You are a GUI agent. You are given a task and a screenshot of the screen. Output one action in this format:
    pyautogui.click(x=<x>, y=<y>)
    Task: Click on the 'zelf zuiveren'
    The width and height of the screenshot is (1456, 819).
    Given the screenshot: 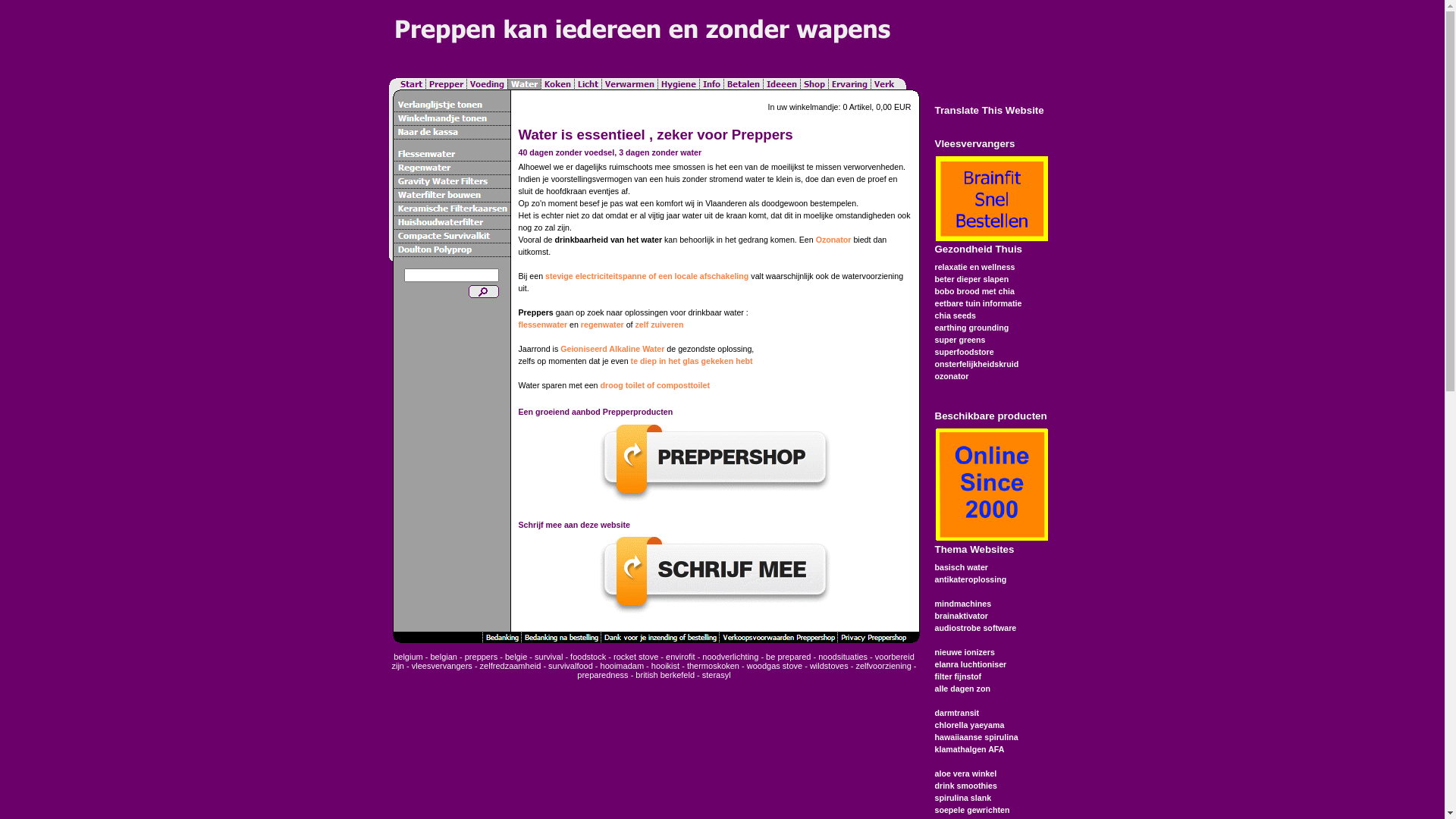 What is the action you would take?
    pyautogui.click(x=635, y=324)
    